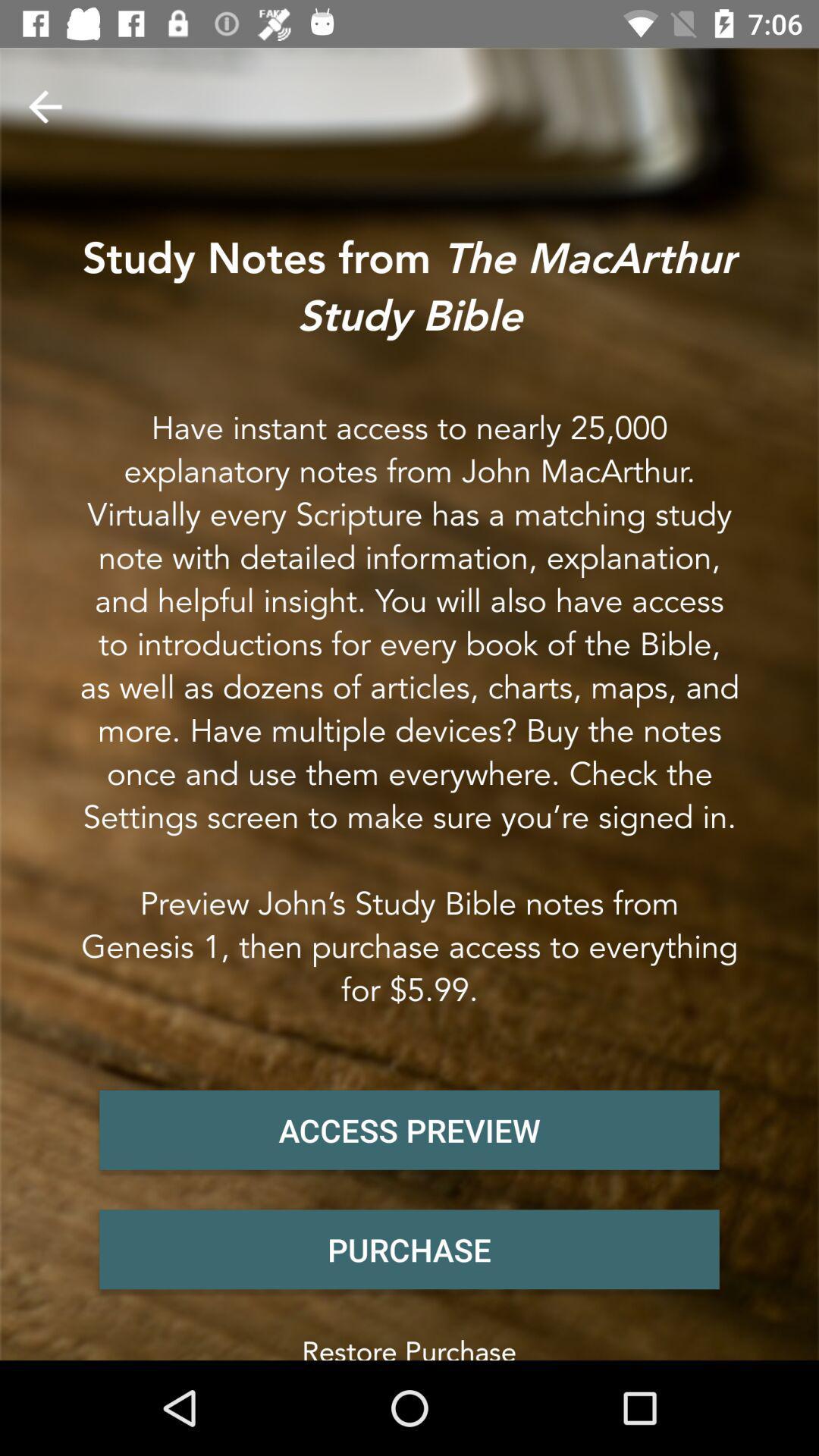  What do you see at coordinates (44, 105) in the screenshot?
I see `item above the study notes from` at bounding box center [44, 105].